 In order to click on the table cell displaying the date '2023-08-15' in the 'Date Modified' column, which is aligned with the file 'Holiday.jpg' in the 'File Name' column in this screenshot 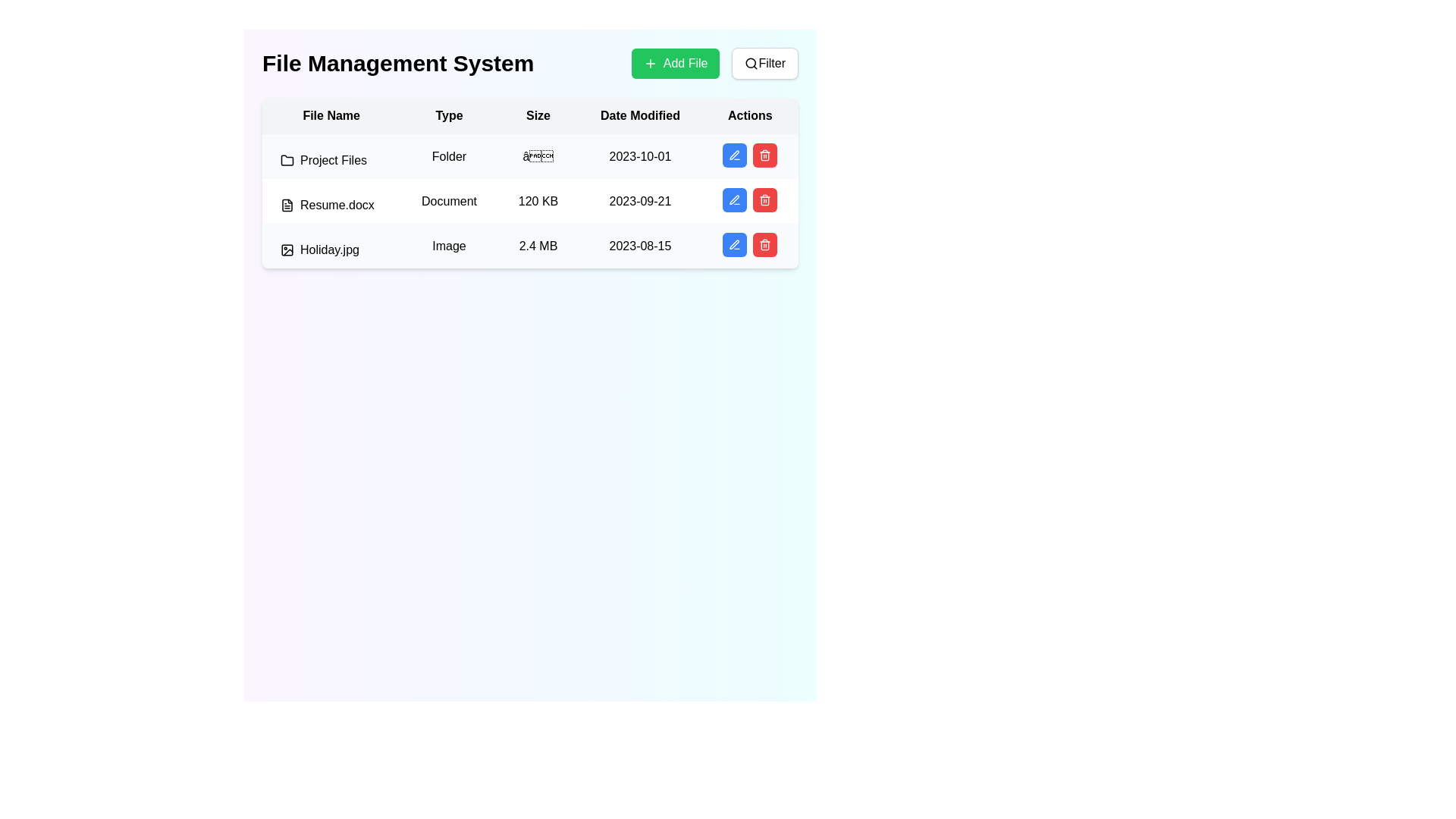, I will do `click(640, 245)`.